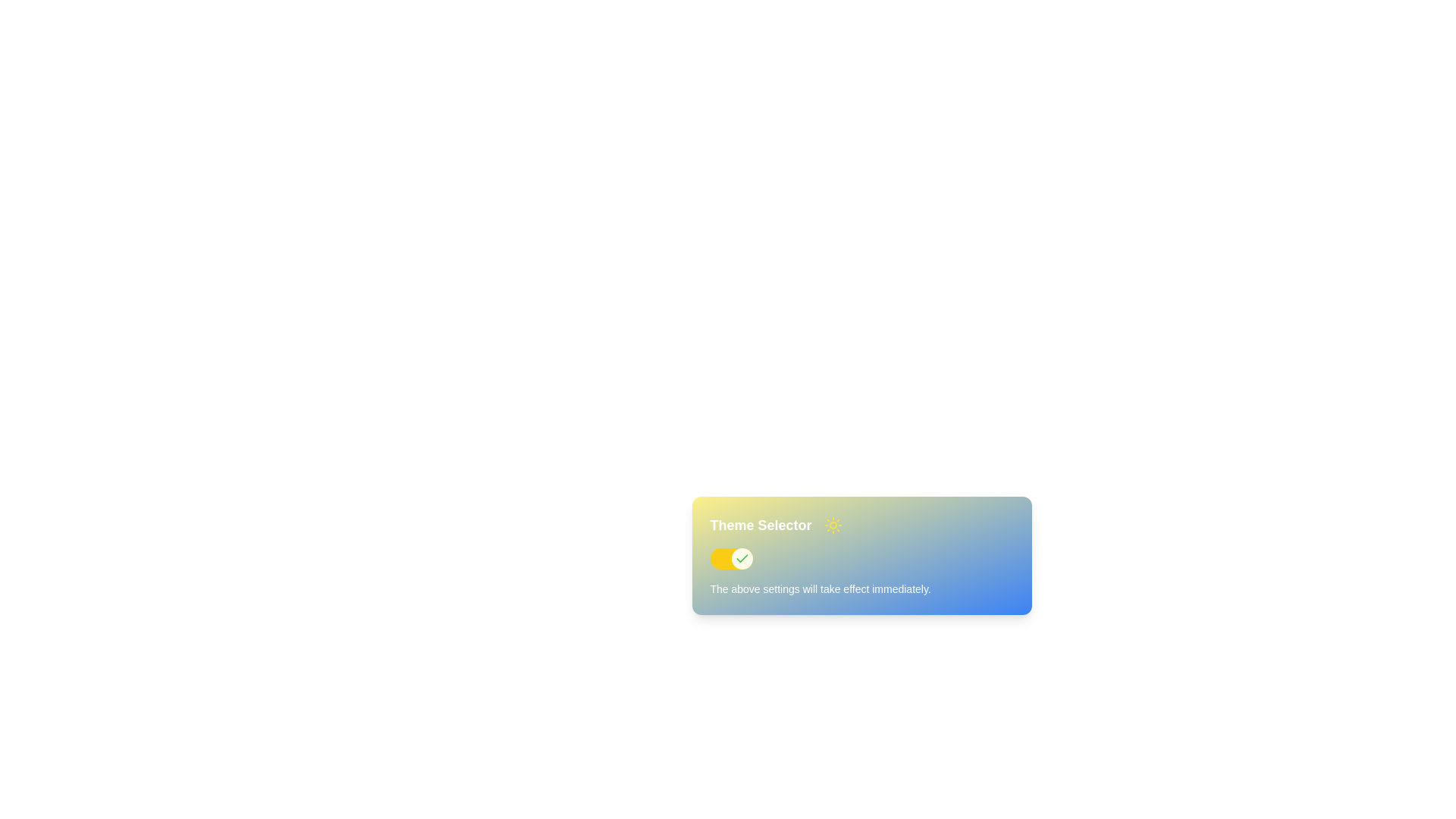 This screenshot has width=1456, height=819. Describe the element at coordinates (861, 588) in the screenshot. I see `the text block that provides feedback about immediate application of settings, located below the 'Theme Selector' title and toggle switch` at that location.